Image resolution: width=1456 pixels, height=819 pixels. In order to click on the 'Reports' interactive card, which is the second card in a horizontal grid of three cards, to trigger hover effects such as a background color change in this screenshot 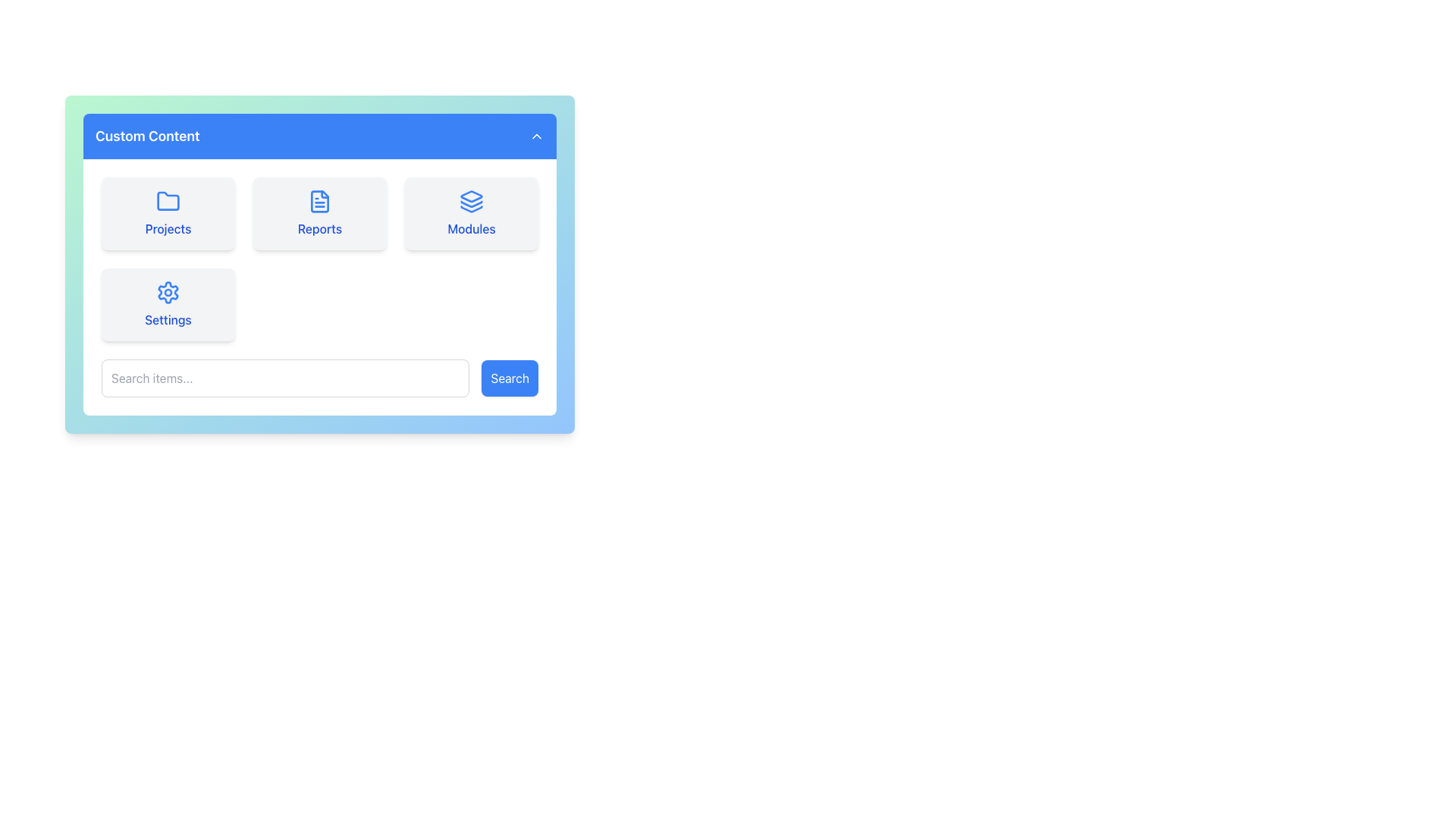, I will do `click(319, 213)`.